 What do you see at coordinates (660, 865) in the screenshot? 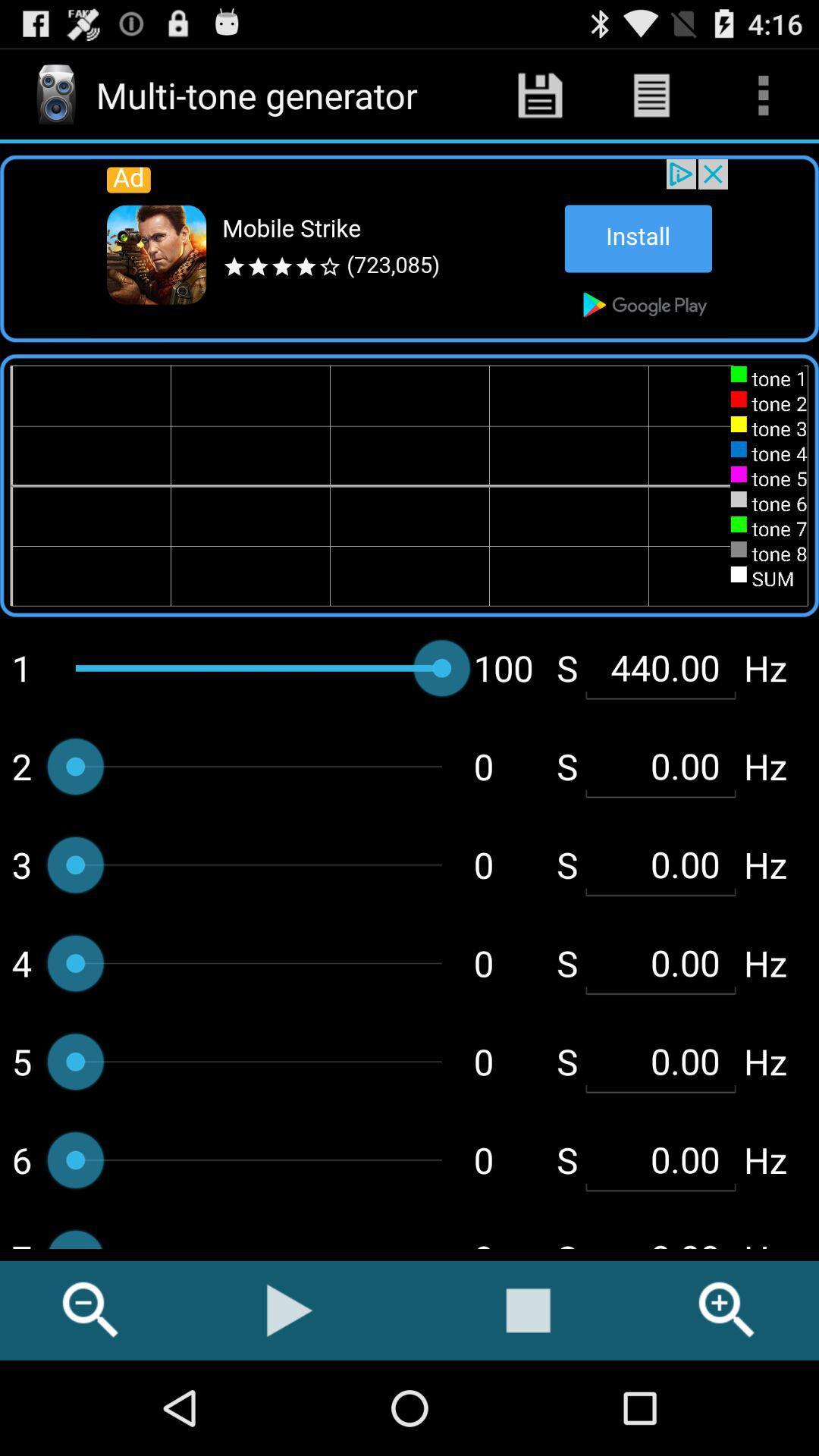
I see `second 000 shown below 44000` at bounding box center [660, 865].